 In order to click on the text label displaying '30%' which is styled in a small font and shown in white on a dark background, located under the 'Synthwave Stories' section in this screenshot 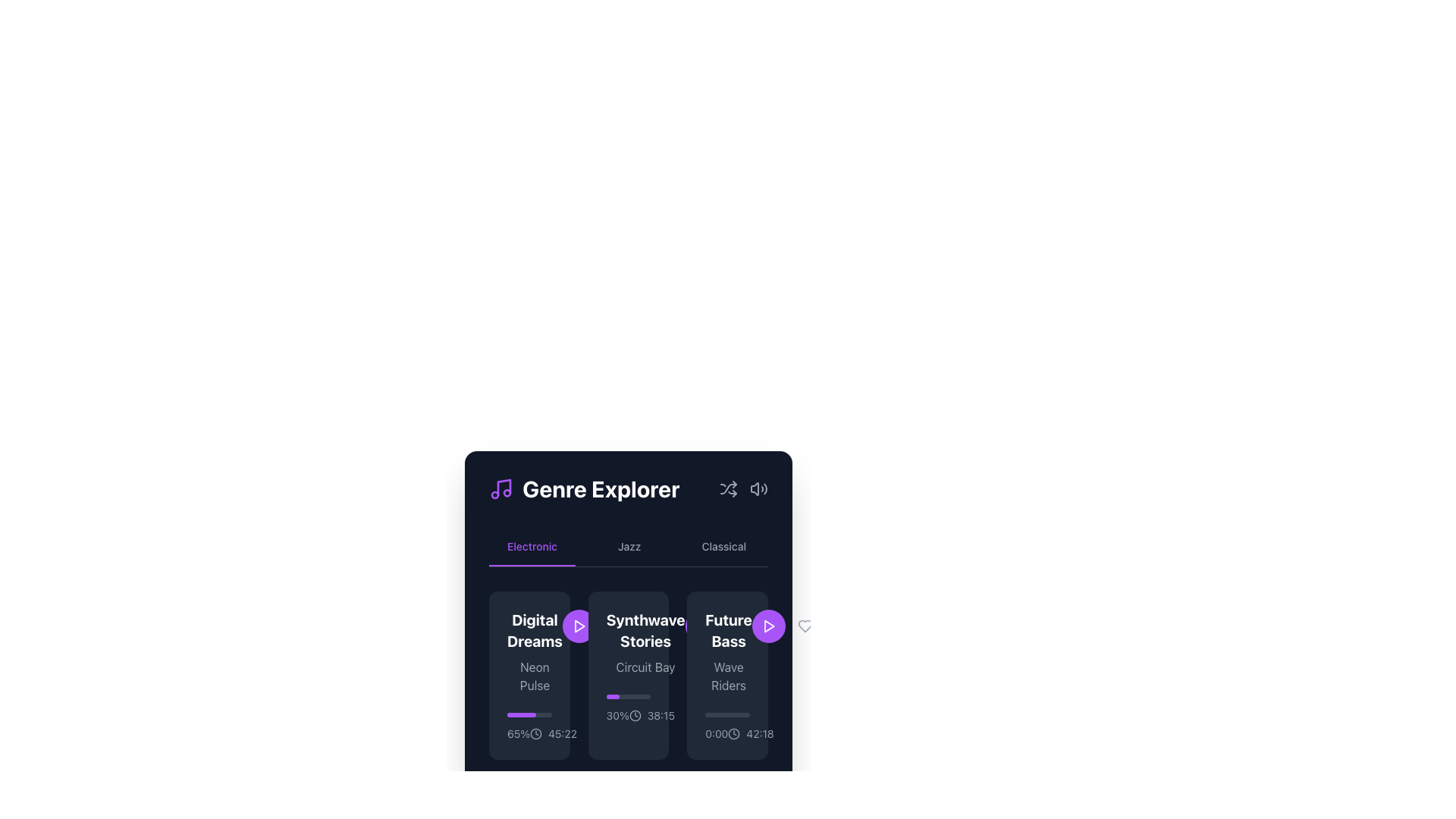, I will do `click(617, 716)`.